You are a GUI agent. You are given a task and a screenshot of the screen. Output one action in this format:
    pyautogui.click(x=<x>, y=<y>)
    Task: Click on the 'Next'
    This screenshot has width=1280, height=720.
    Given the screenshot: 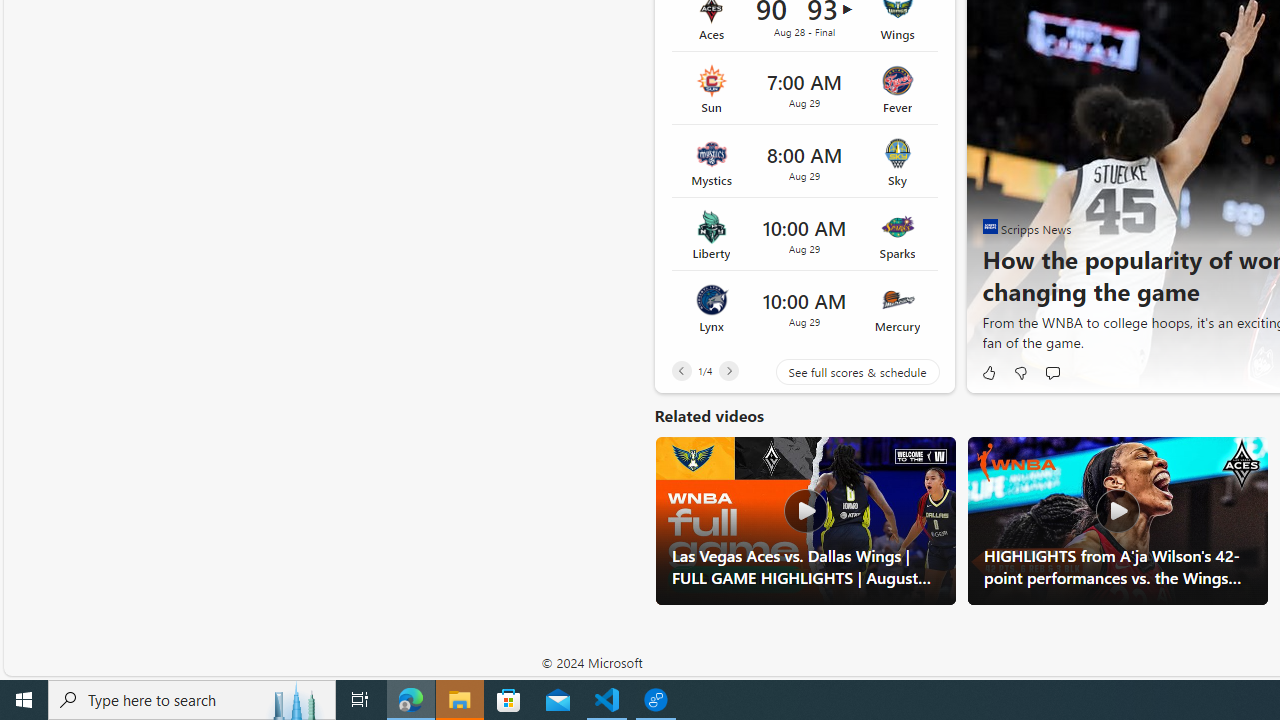 What is the action you would take?
    pyautogui.click(x=727, y=370)
    